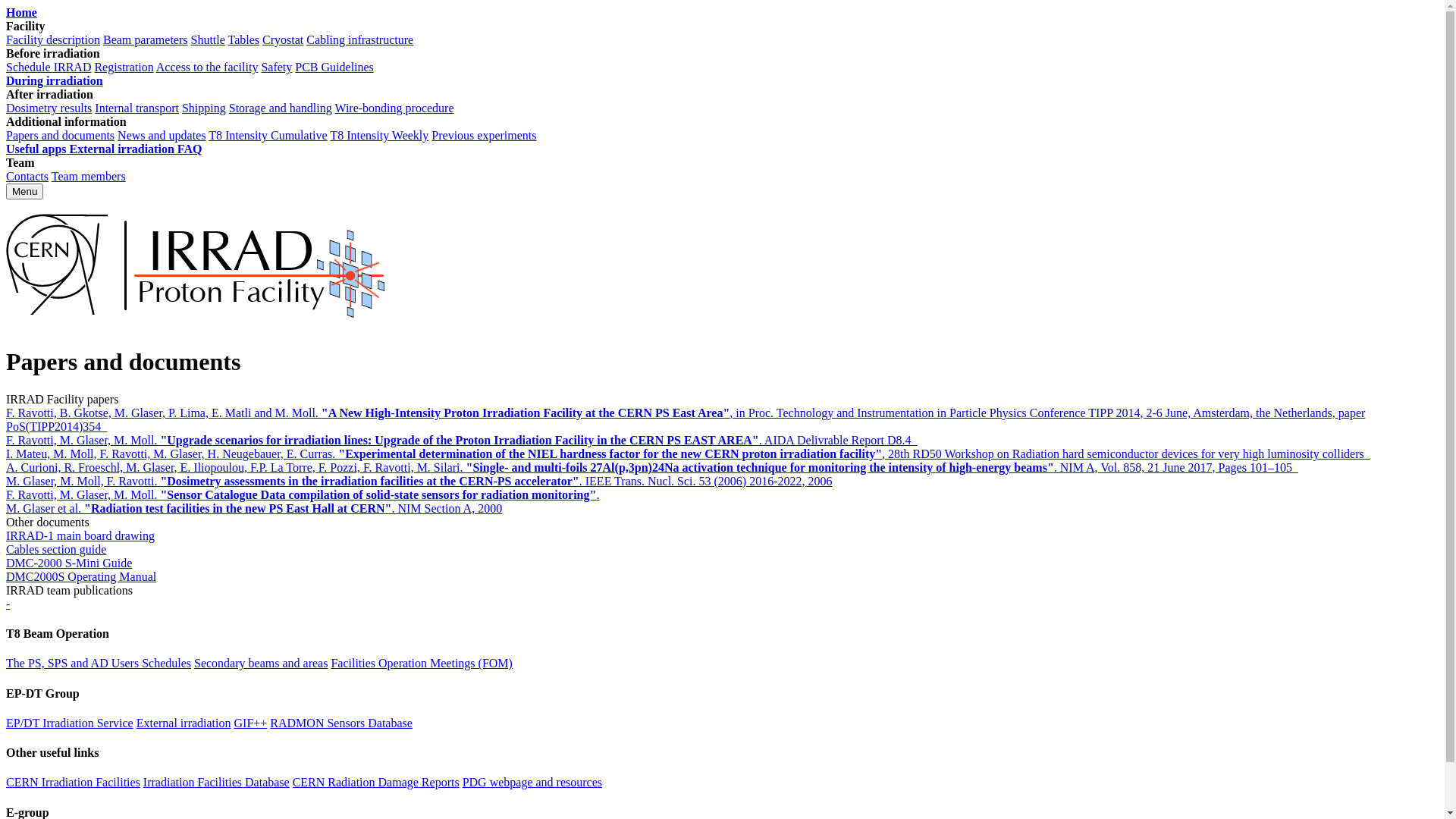 The image size is (1456, 819). Describe the element at coordinates (49, 107) in the screenshot. I see `'Dosimetry results'` at that location.